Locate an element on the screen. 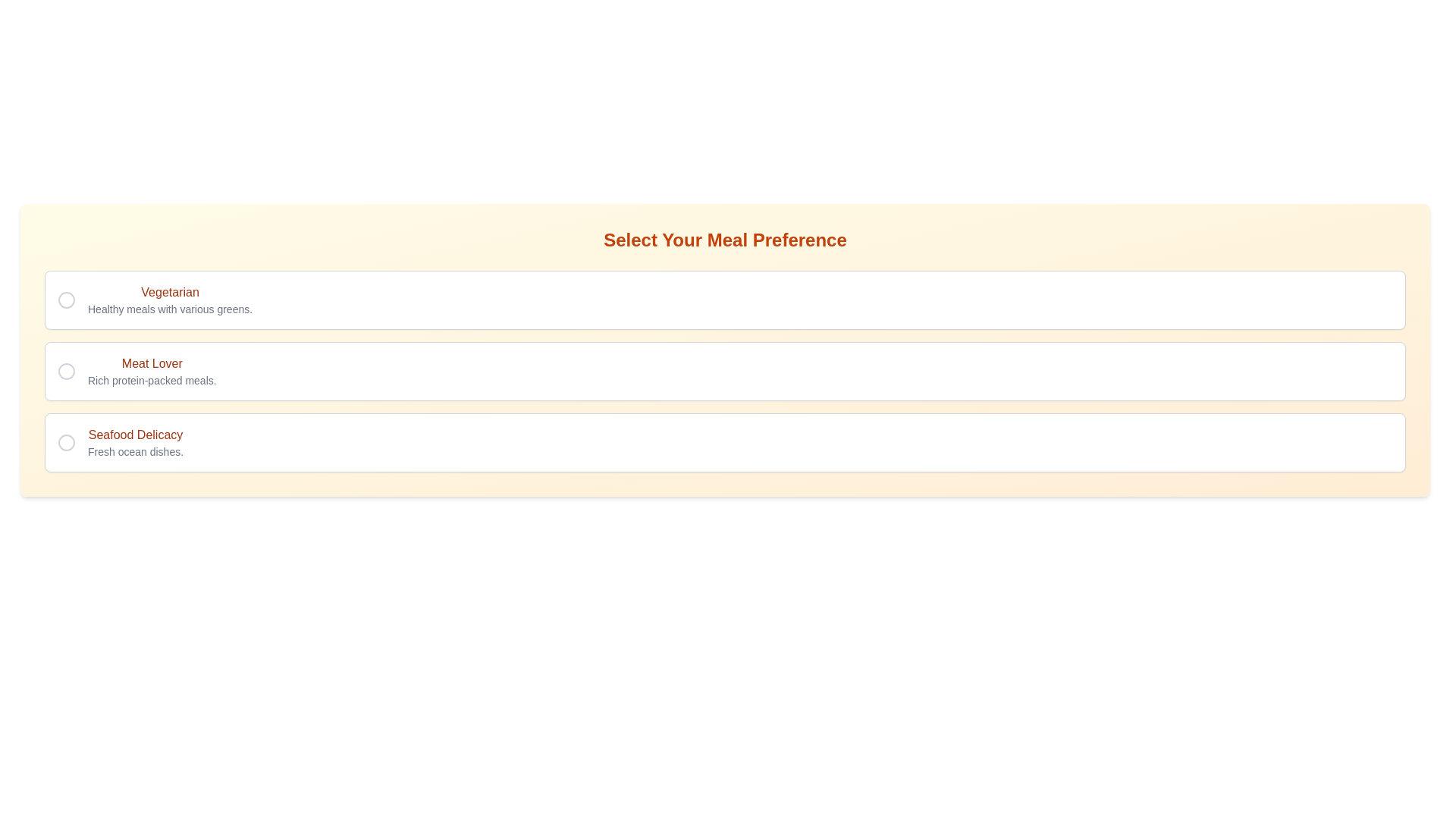  text block displaying the heading 'Vegetarian' in medium orange font and the description 'Healthy meals with various greens.' located in the first card of the meal preferences list is located at coordinates (170, 300).